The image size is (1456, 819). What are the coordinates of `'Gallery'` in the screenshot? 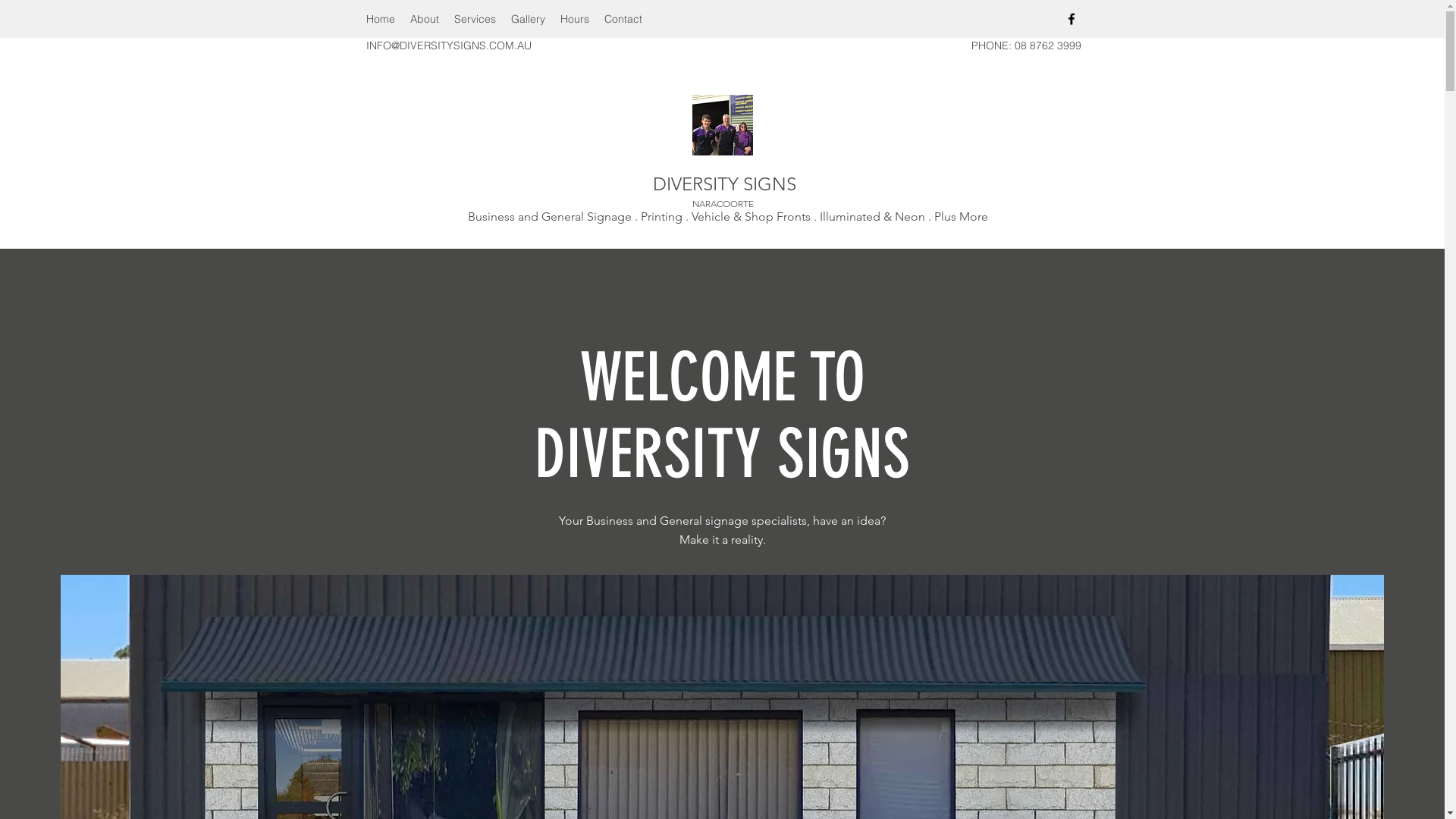 It's located at (503, 18).